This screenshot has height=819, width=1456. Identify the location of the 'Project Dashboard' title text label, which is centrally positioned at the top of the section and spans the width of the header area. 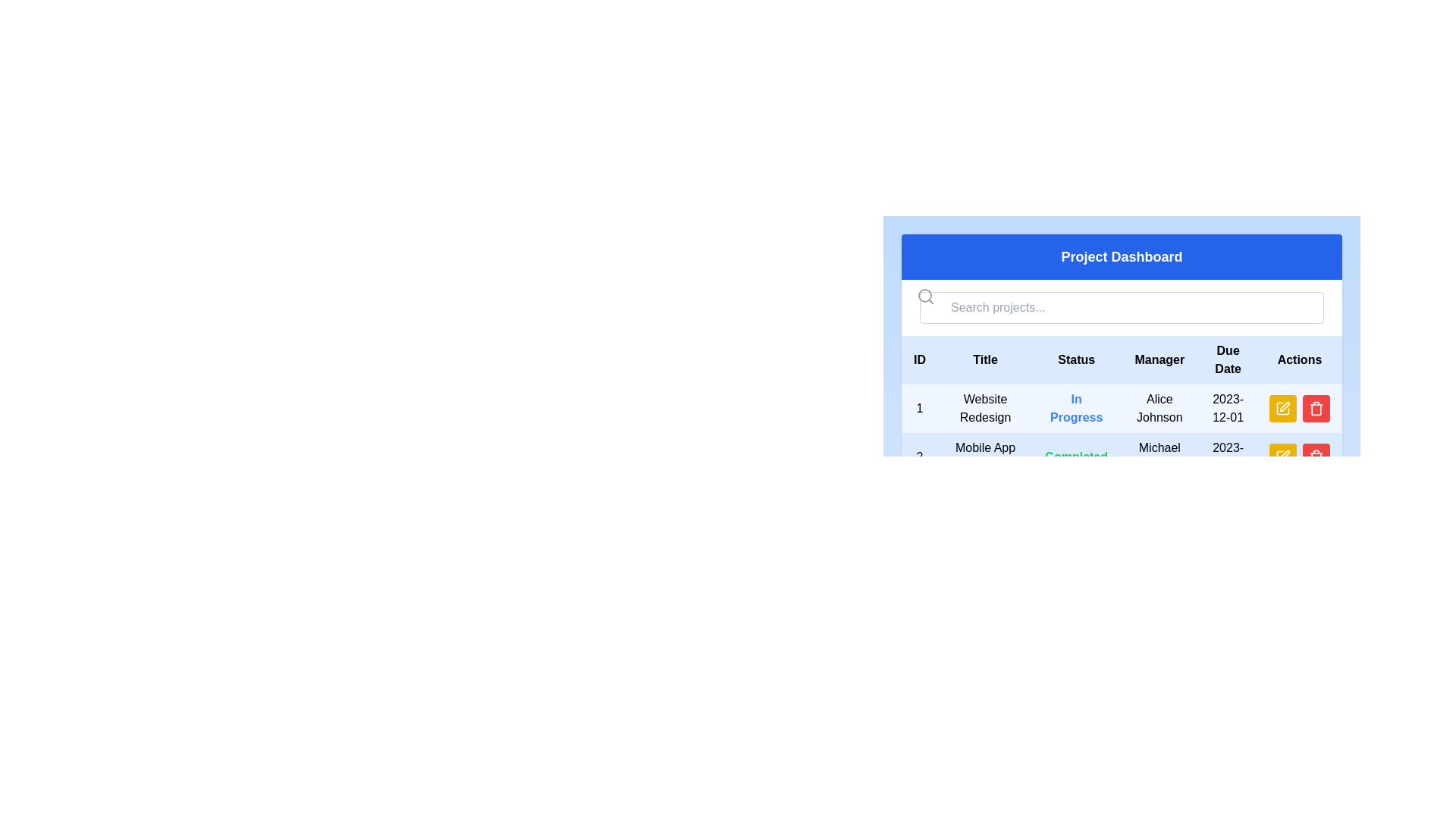
(1122, 256).